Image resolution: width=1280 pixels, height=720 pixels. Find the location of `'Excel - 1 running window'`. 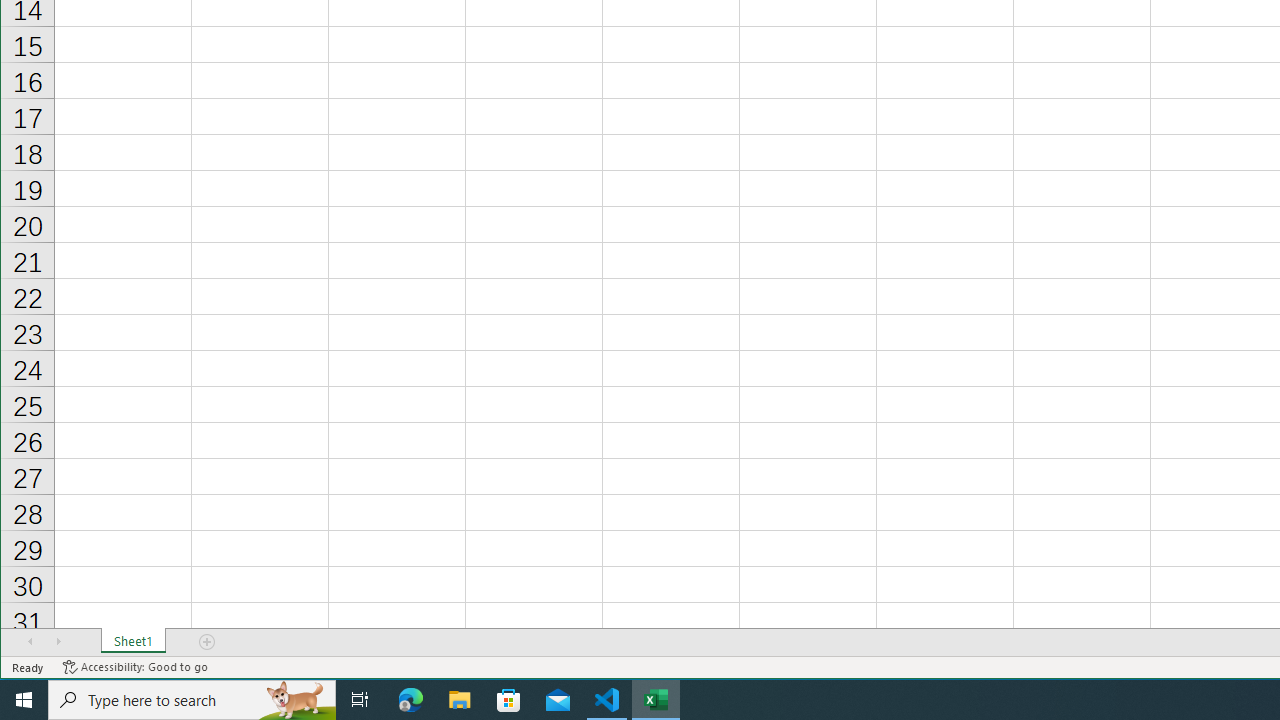

'Excel - 1 running window' is located at coordinates (656, 698).